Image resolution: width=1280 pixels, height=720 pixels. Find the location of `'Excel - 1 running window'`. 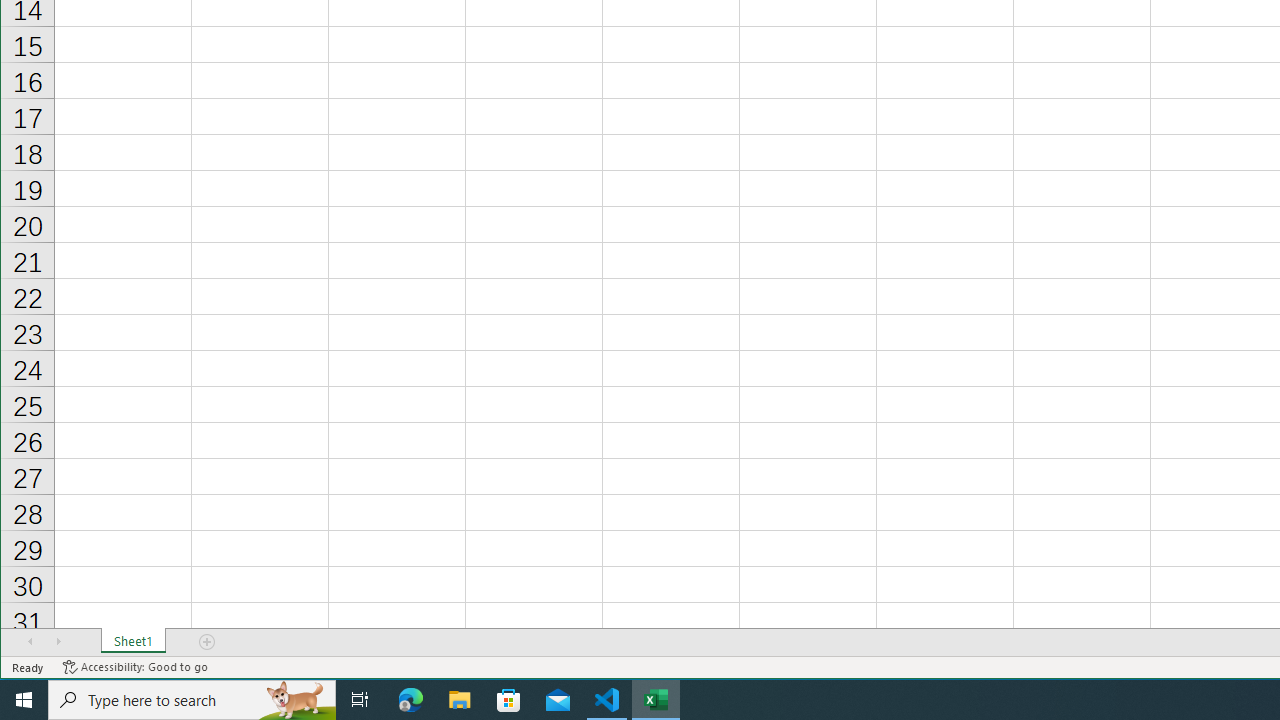

'Excel - 1 running window' is located at coordinates (656, 698).